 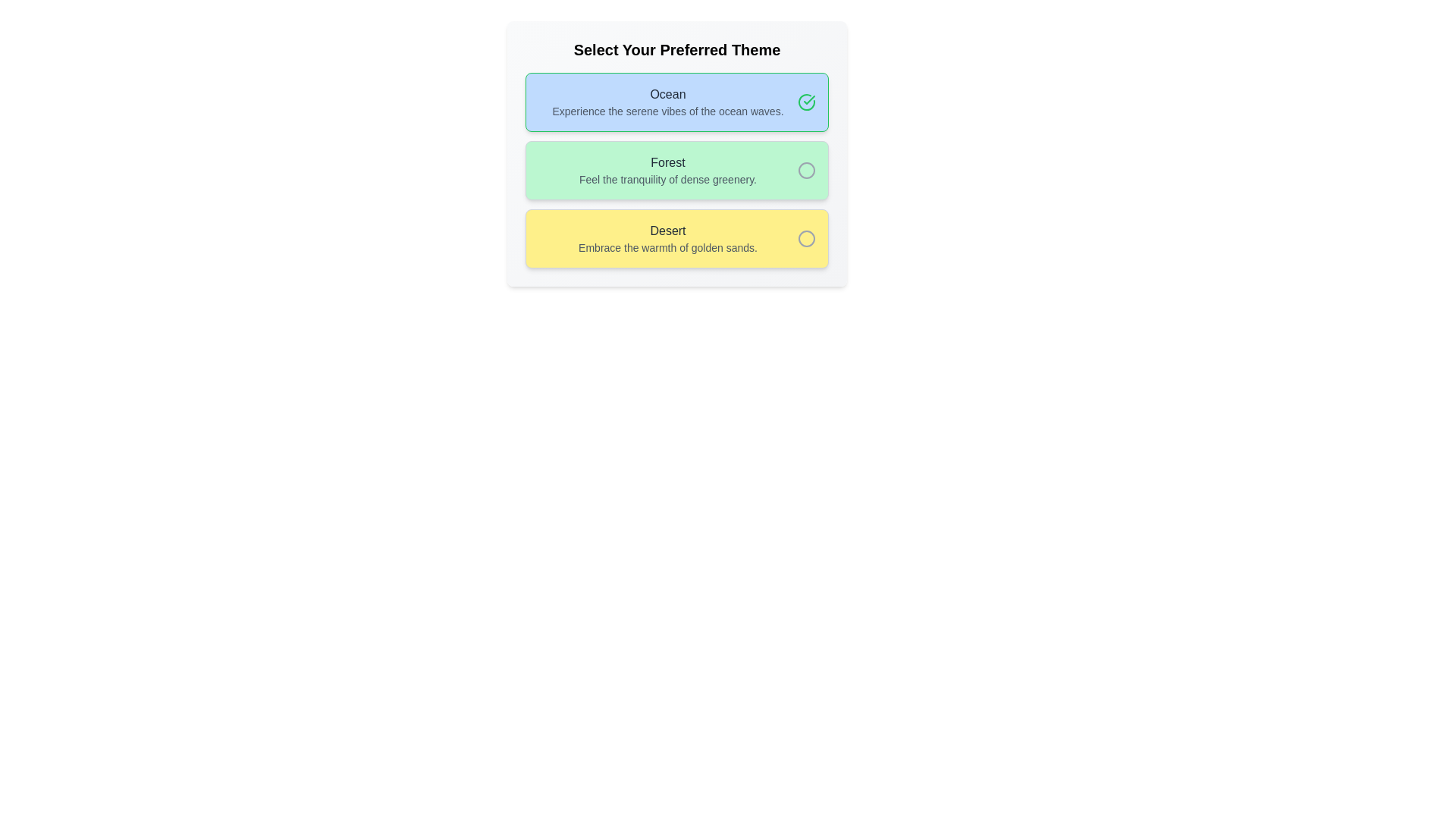 I want to click on the text element 'Ocean' which is styled with a medium-weight font and gray color, located in the upper section of a light blue rectangular card, so click(x=667, y=94).